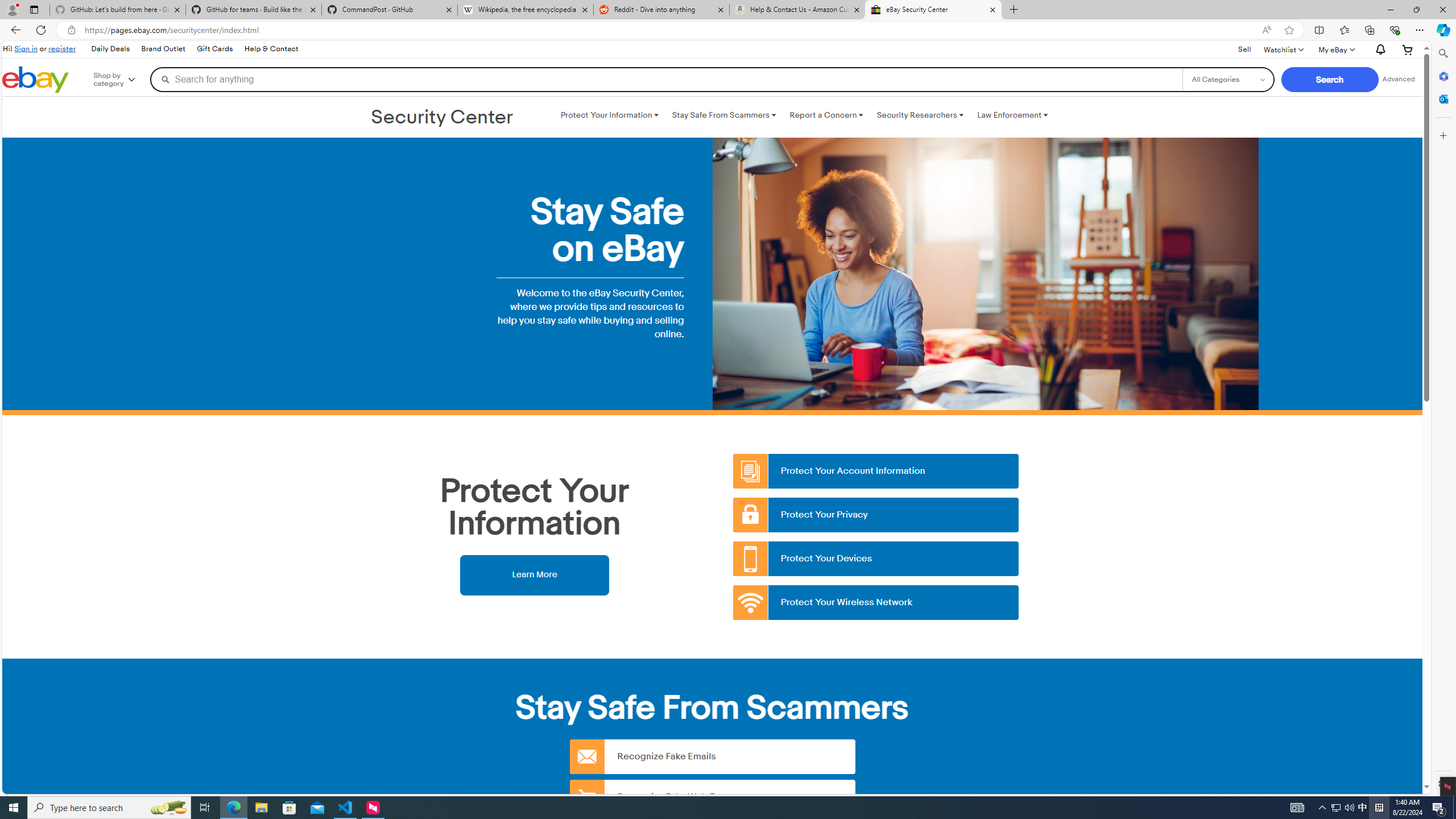  Describe the element at coordinates (1244, 48) in the screenshot. I see `'Sell'` at that location.